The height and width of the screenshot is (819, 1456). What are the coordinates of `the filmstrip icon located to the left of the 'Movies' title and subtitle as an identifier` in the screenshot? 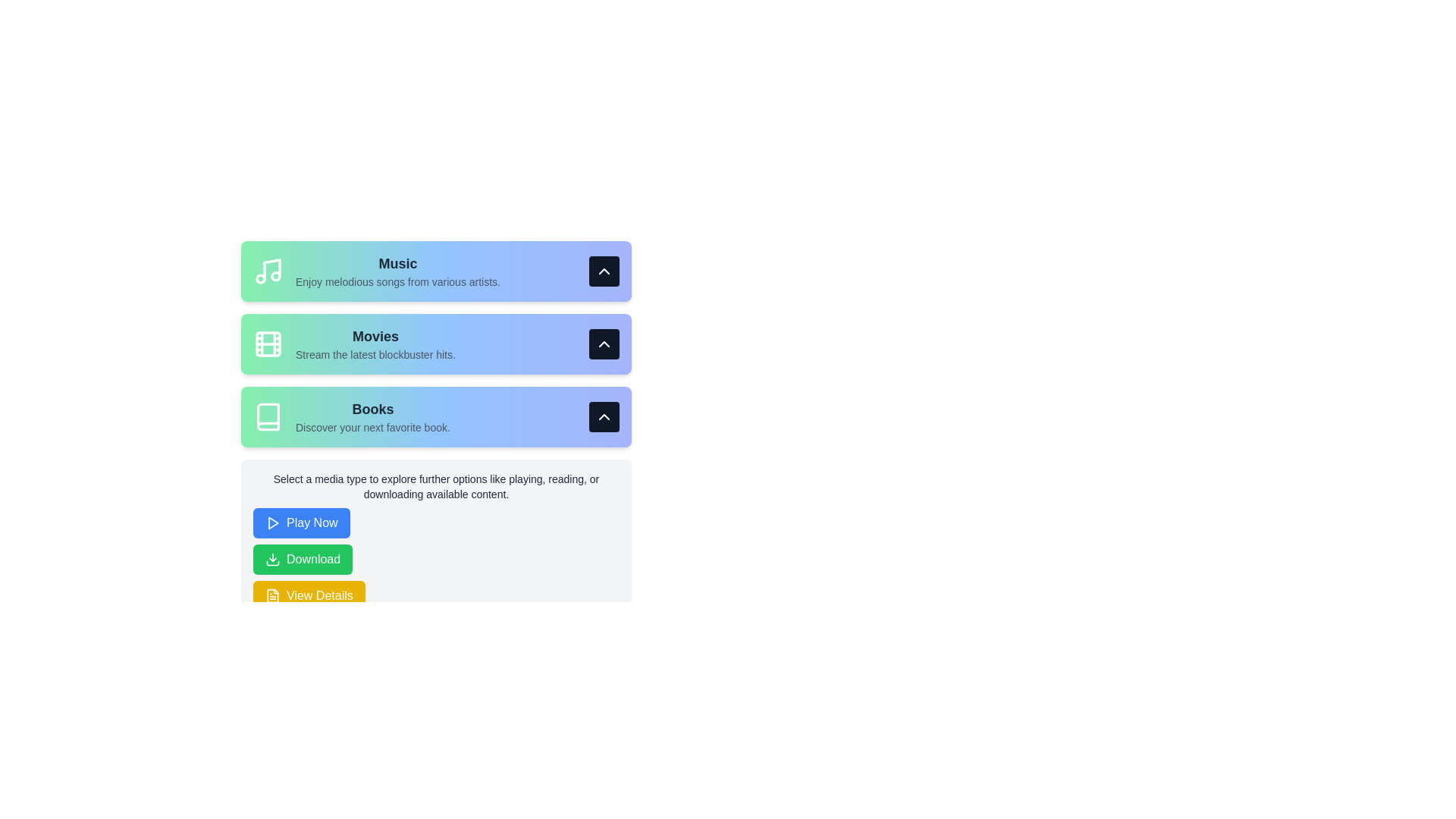 It's located at (268, 344).